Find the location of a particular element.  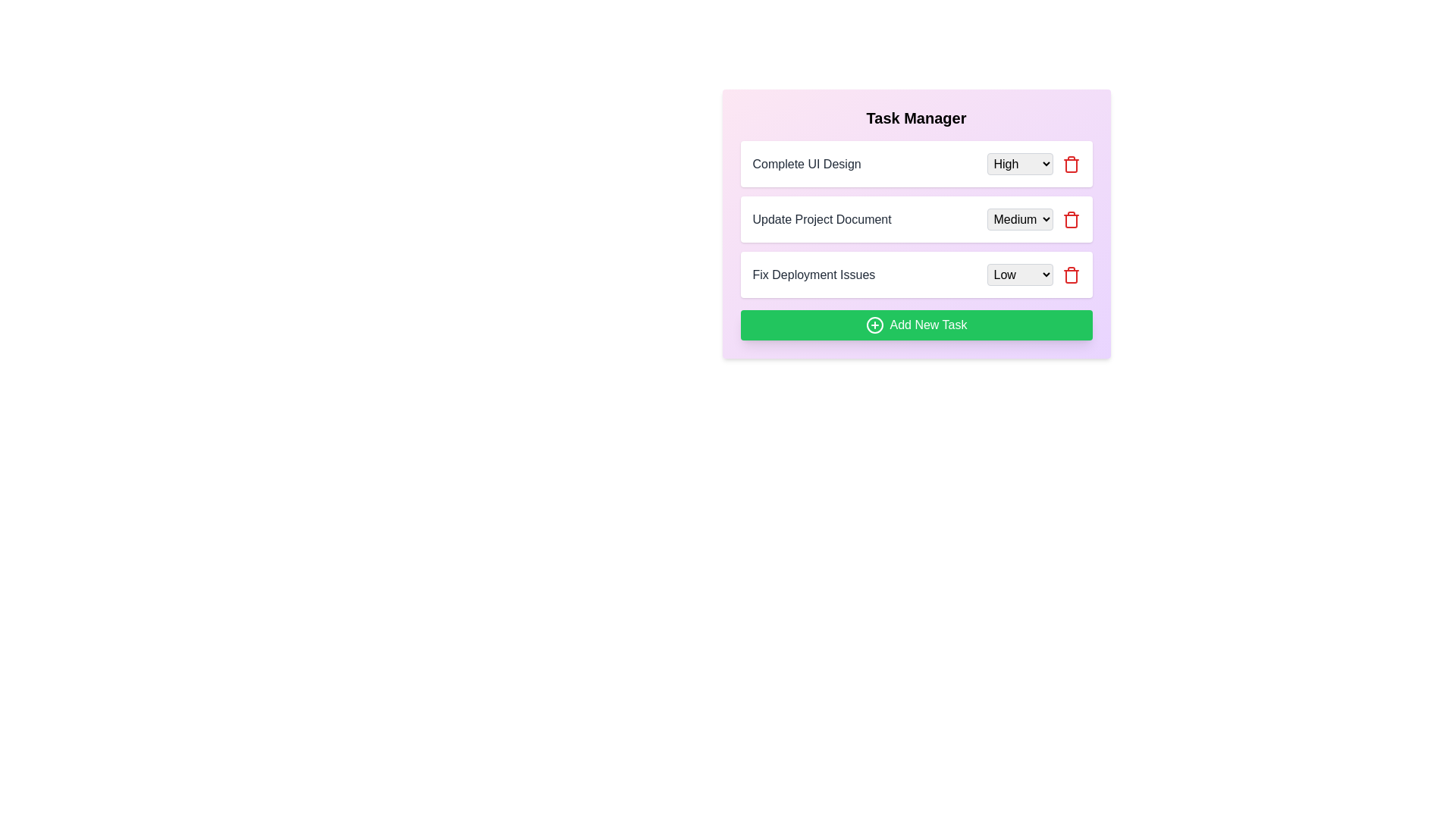

the trash icon button for the task with the name Fix Deployment Issues is located at coordinates (1070, 275).